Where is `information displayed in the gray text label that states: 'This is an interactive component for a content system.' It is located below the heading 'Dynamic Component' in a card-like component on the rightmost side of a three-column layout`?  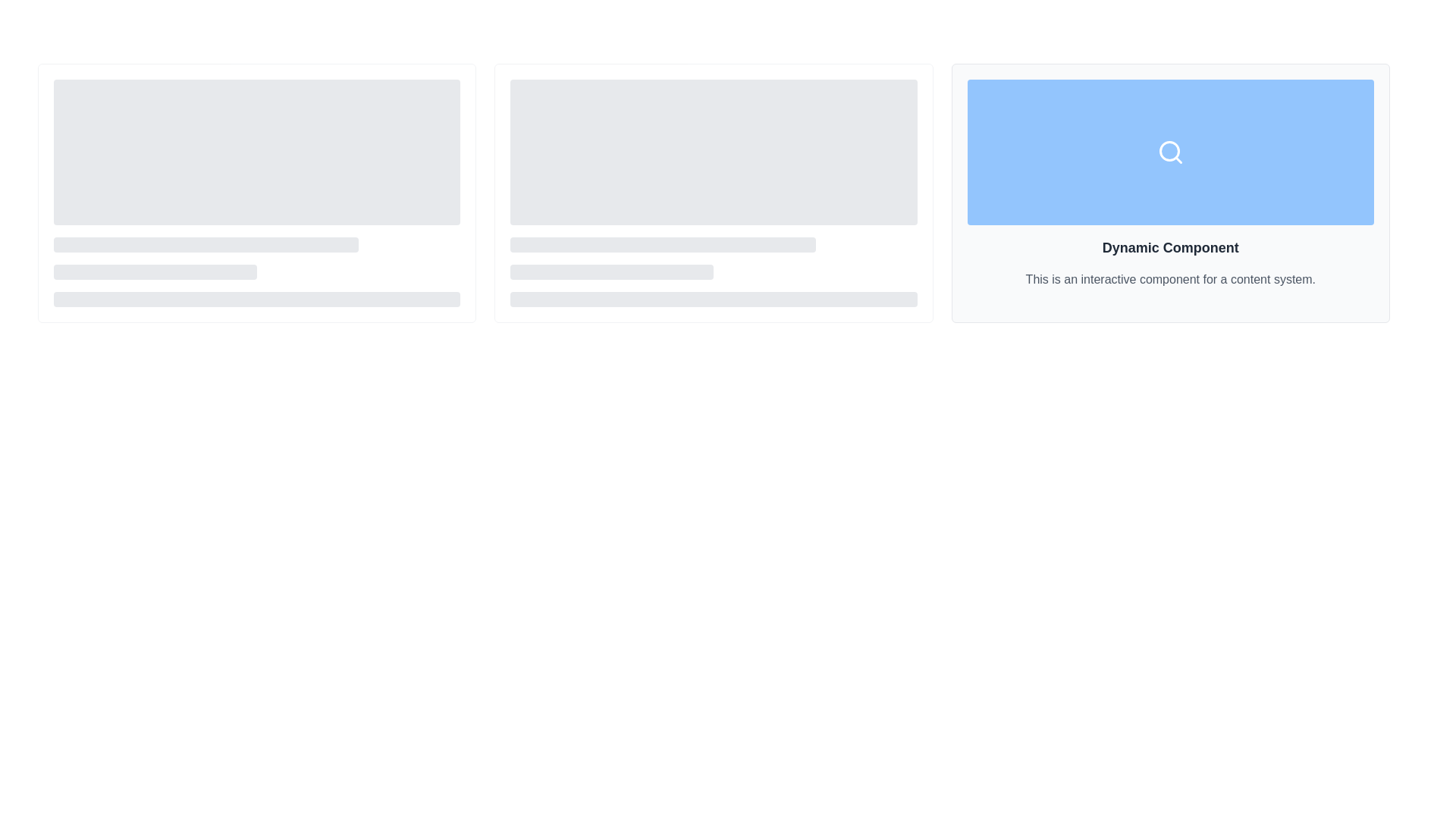 information displayed in the gray text label that states: 'This is an interactive component for a content system.' It is located below the heading 'Dynamic Component' in a card-like component on the rightmost side of a three-column layout is located at coordinates (1169, 280).